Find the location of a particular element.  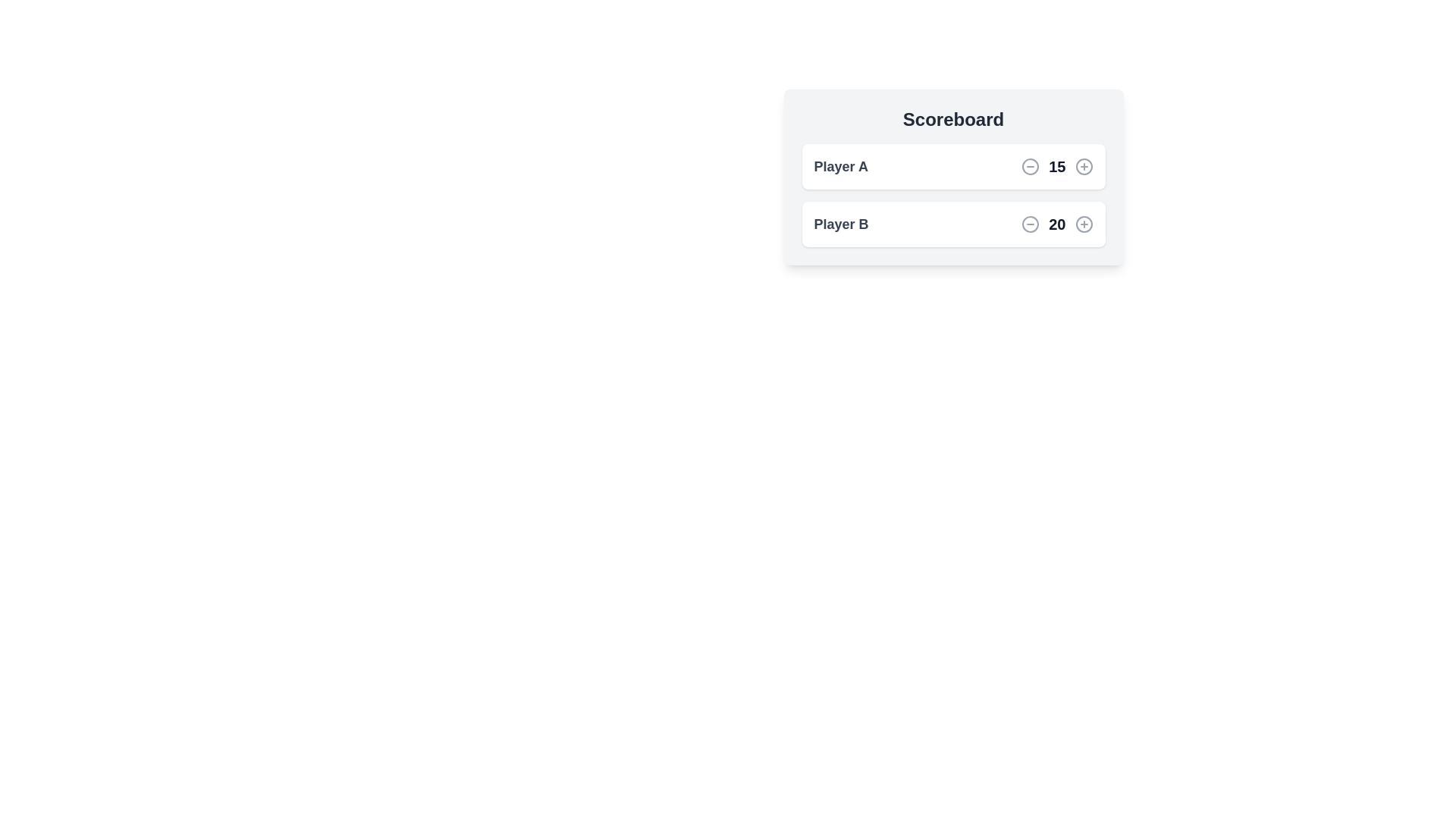

the increment button for Player A's score is located at coordinates (1083, 166).